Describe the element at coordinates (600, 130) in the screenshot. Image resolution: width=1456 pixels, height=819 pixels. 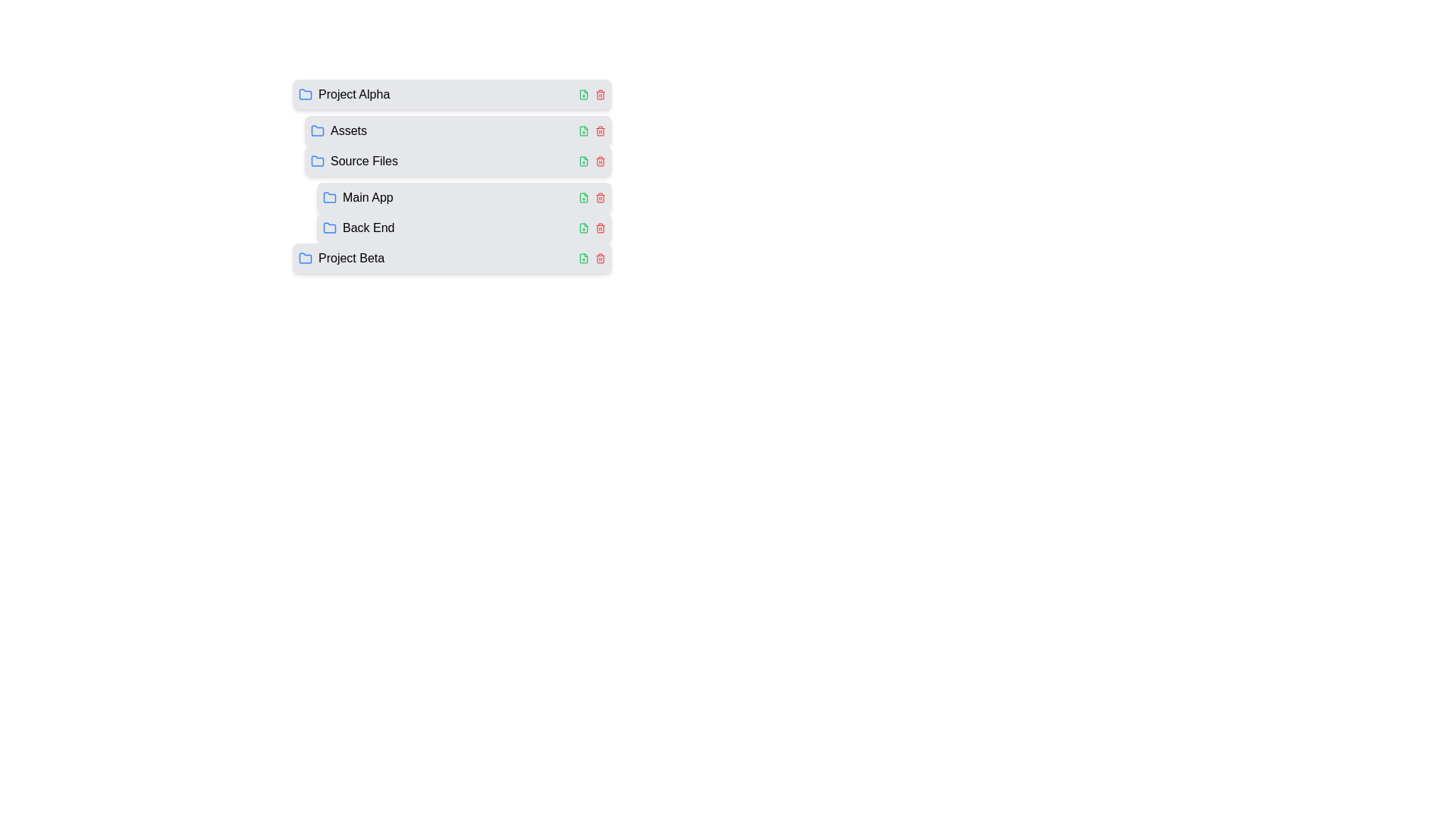
I see `the rightmost delete icon in the row for 'Assets'` at that location.